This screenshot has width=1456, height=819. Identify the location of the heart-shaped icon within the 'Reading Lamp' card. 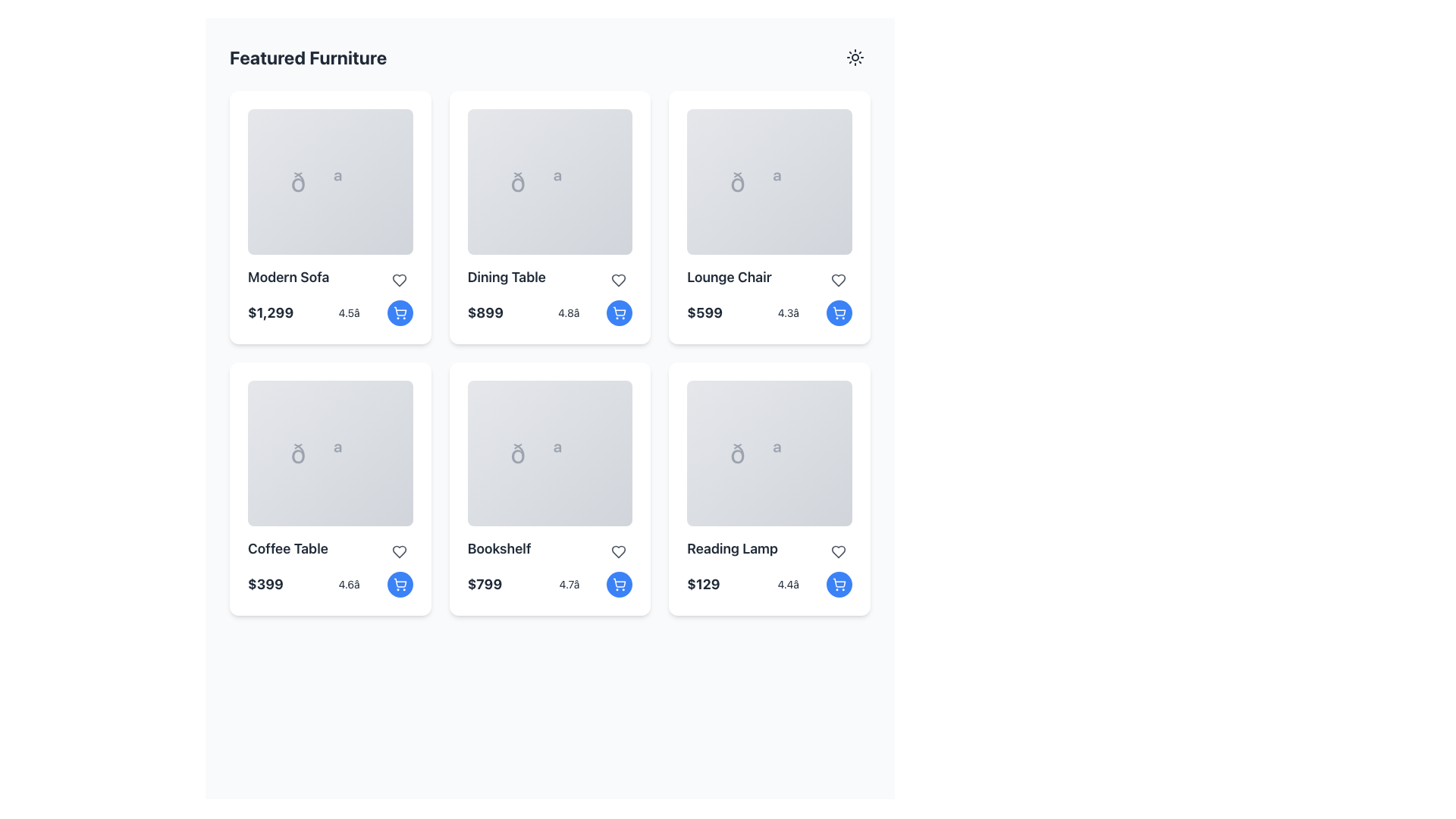
(837, 552).